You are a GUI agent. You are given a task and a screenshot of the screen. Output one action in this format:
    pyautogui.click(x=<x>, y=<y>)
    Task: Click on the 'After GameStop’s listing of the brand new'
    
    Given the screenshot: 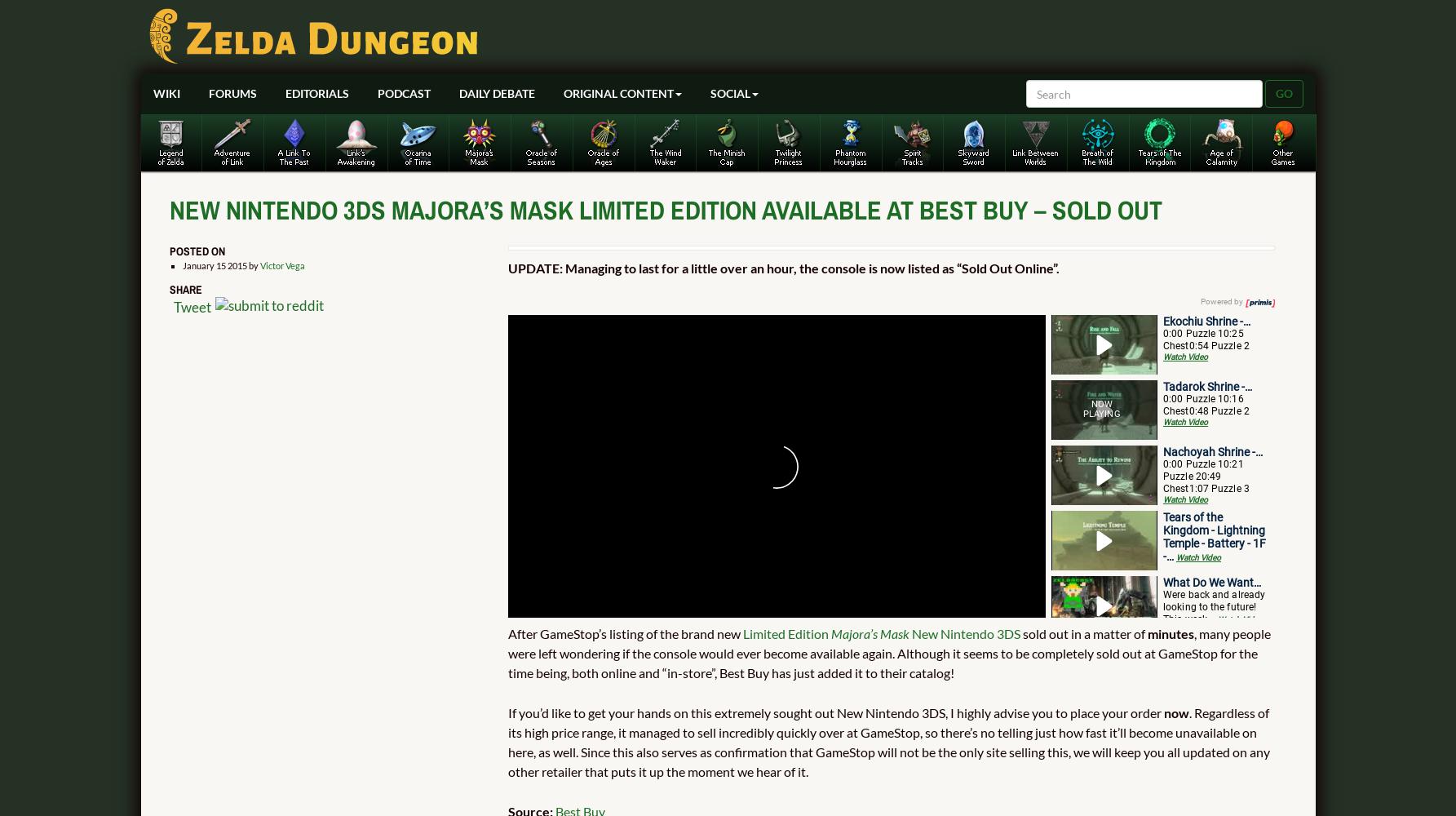 What is the action you would take?
    pyautogui.click(x=624, y=633)
    